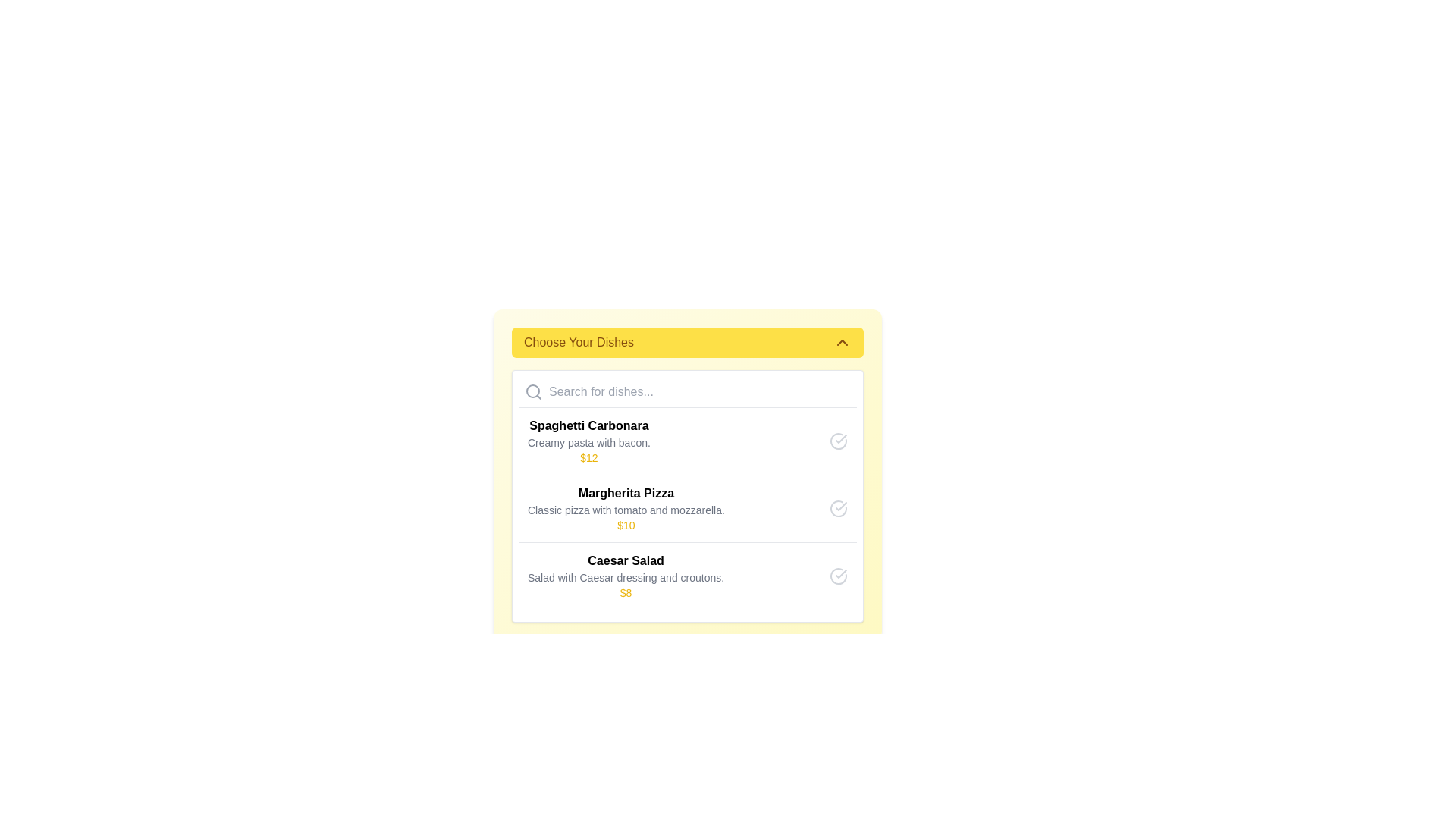 This screenshot has width=1456, height=819. I want to click on Price indicator for 'Margherita Pizza' located at the bottom of its menu option group to view the price details, so click(626, 525).